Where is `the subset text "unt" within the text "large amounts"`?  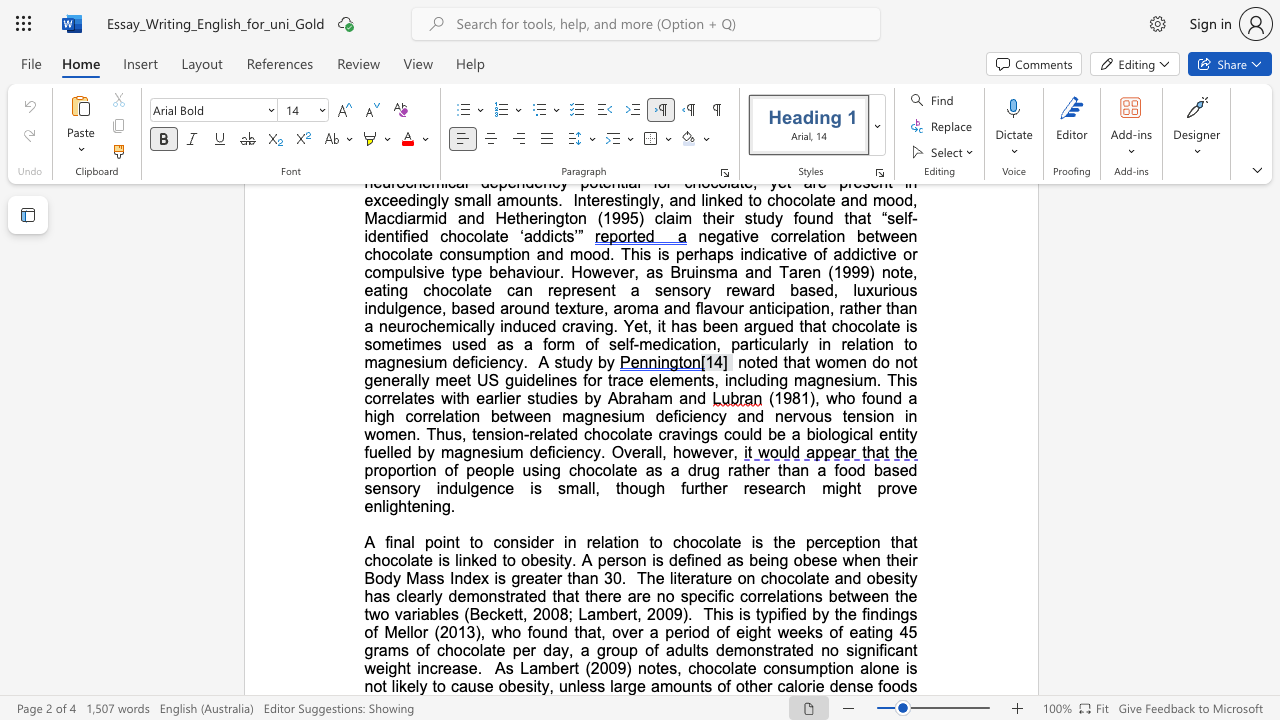 the subset text "unt" within the text "large amounts" is located at coordinates (682, 685).